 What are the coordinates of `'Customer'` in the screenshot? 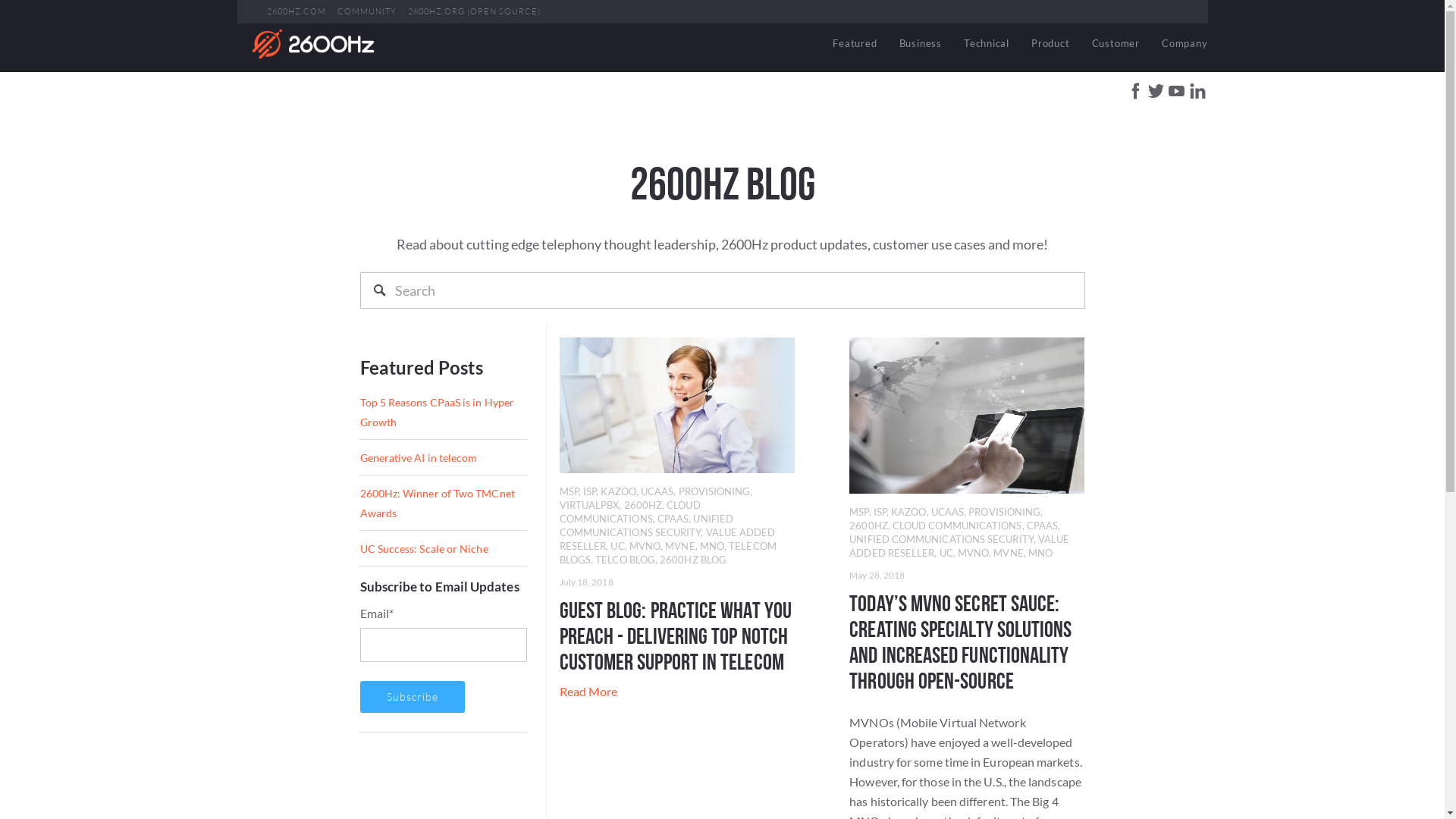 It's located at (1116, 43).